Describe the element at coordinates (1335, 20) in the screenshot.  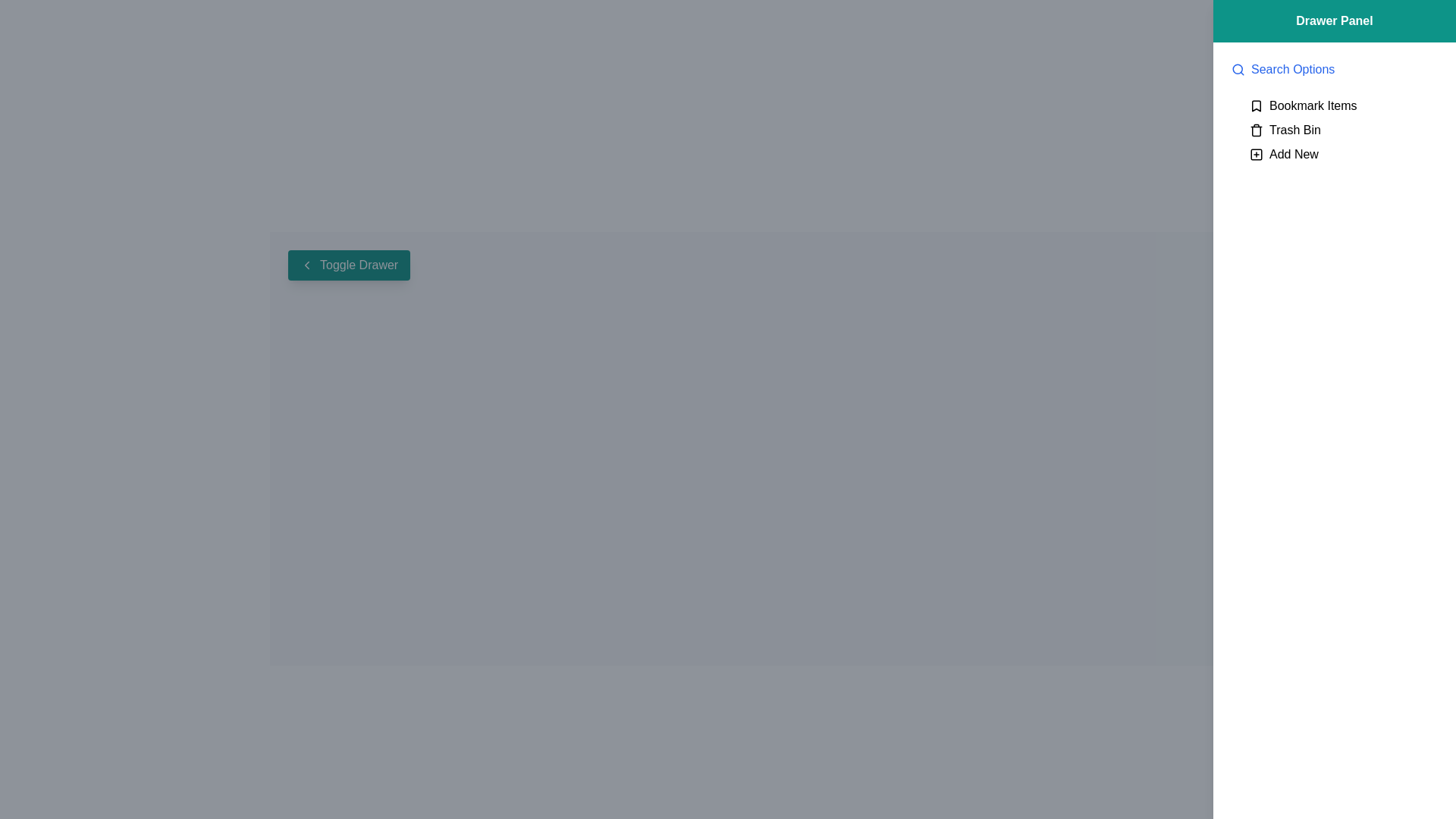
I see `the text label located in the teal header bar at the top-right corner of the interface` at that location.